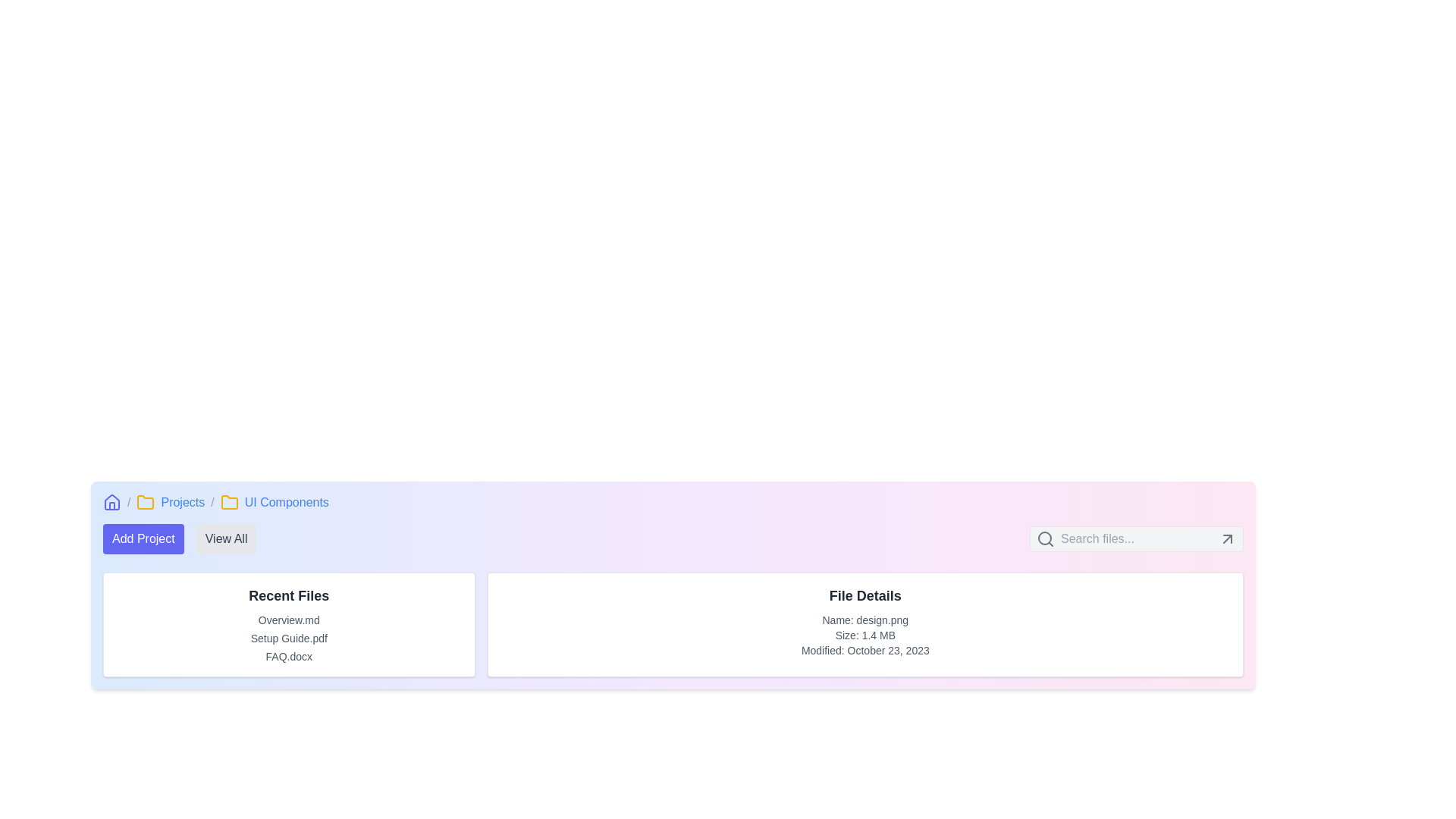 This screenshot has height=819, width=1456. What do you see at coordinates (865, 649) in the screenshot?
I see `the static text label displaying 'Modified: October 23, 2023' at the bottom of the 'File Details' section` at bounding box center [865, 649].